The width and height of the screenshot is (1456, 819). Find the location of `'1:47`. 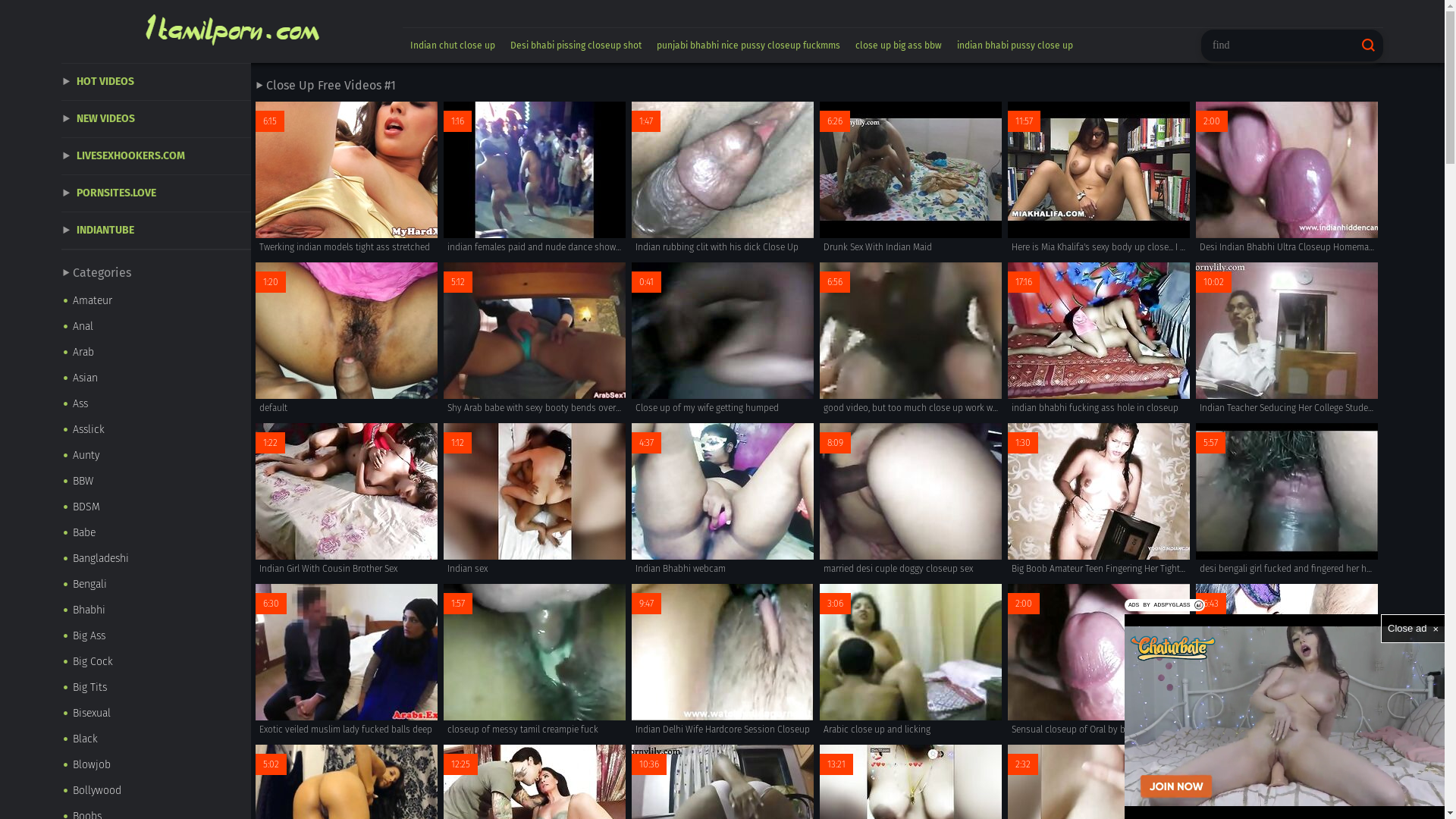

'1:47 is located at coordinates (722, 177).